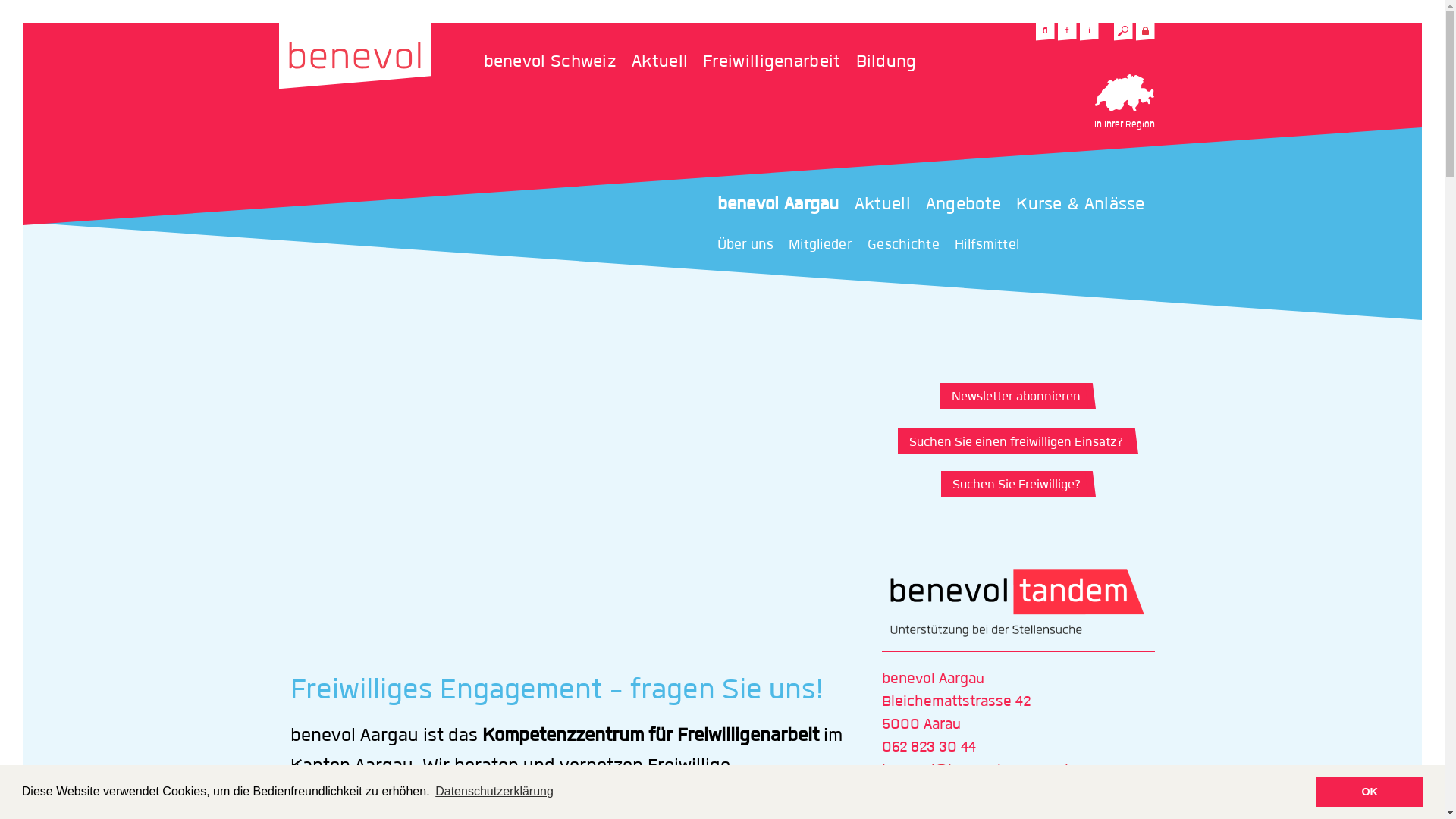  Describe the element at coordinates (779, 61) in the screenshot. I see `'Freiwilligenarbeit'` at that location.